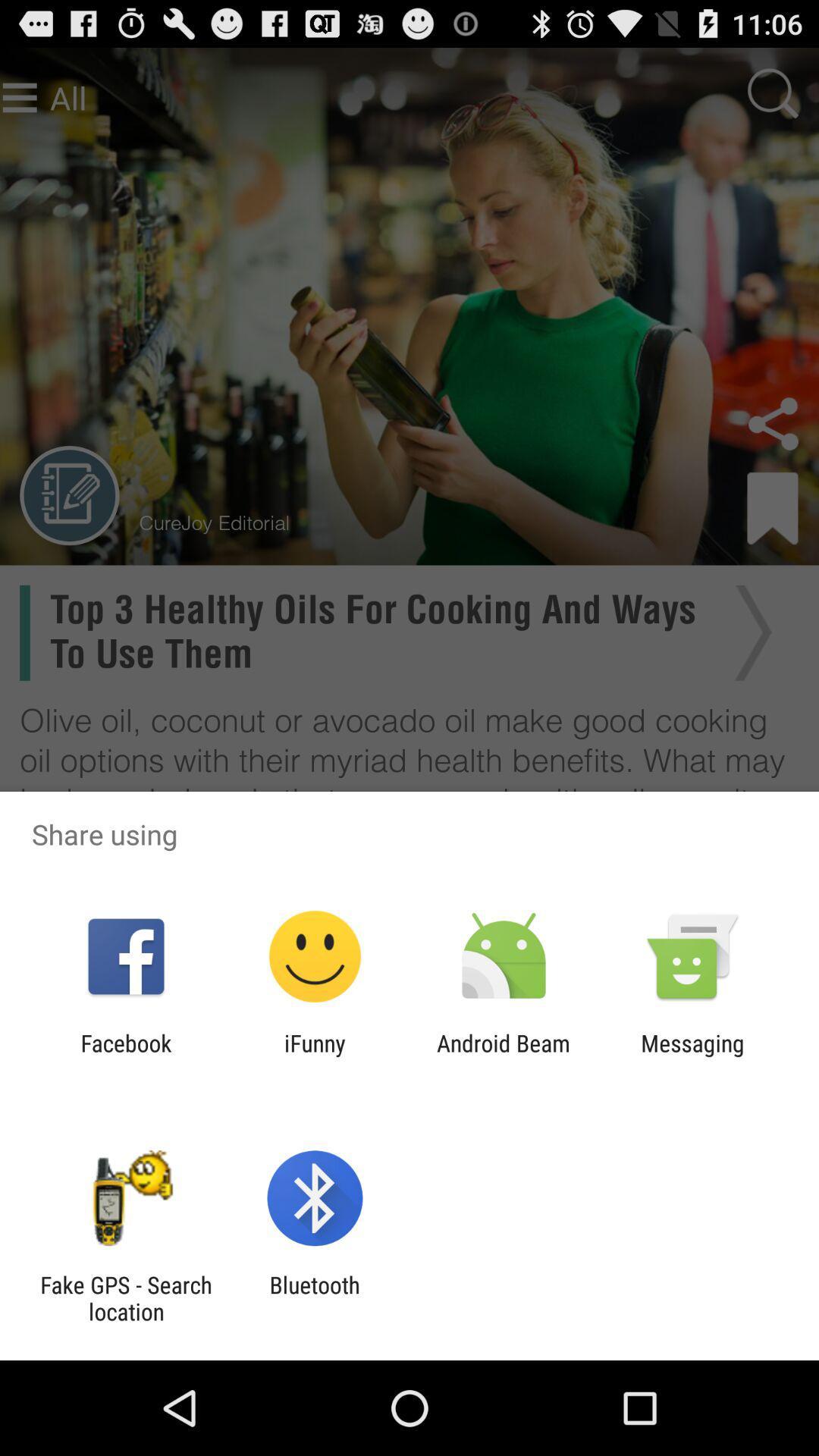  I want to click on app next to the ifunny, so click(125, 1056).